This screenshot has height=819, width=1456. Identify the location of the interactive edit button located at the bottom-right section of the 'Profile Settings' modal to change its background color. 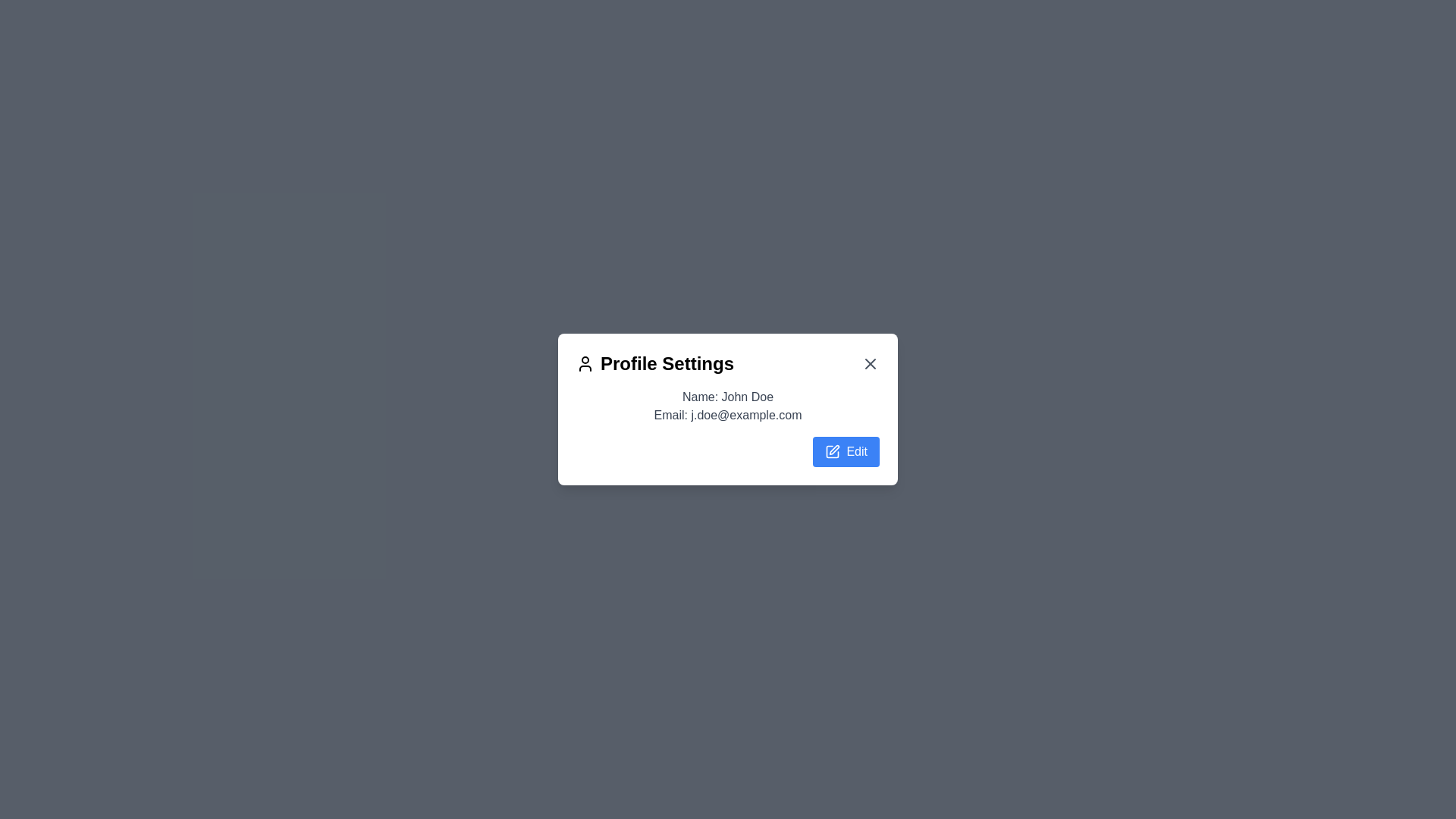
(846, 451).